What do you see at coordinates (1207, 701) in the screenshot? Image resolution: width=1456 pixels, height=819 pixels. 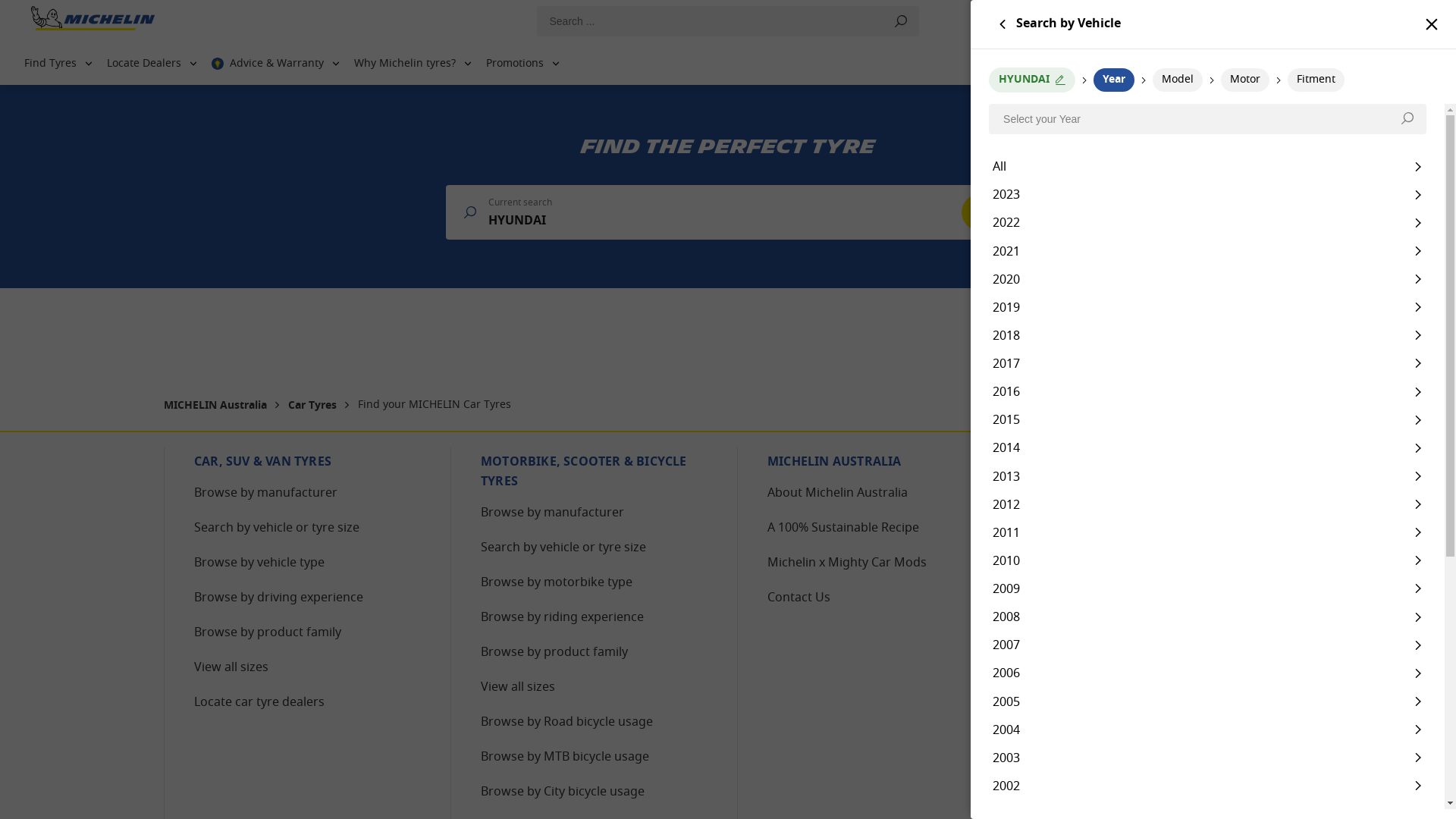 I see `'2005'` at bounding box center [1207, 701].